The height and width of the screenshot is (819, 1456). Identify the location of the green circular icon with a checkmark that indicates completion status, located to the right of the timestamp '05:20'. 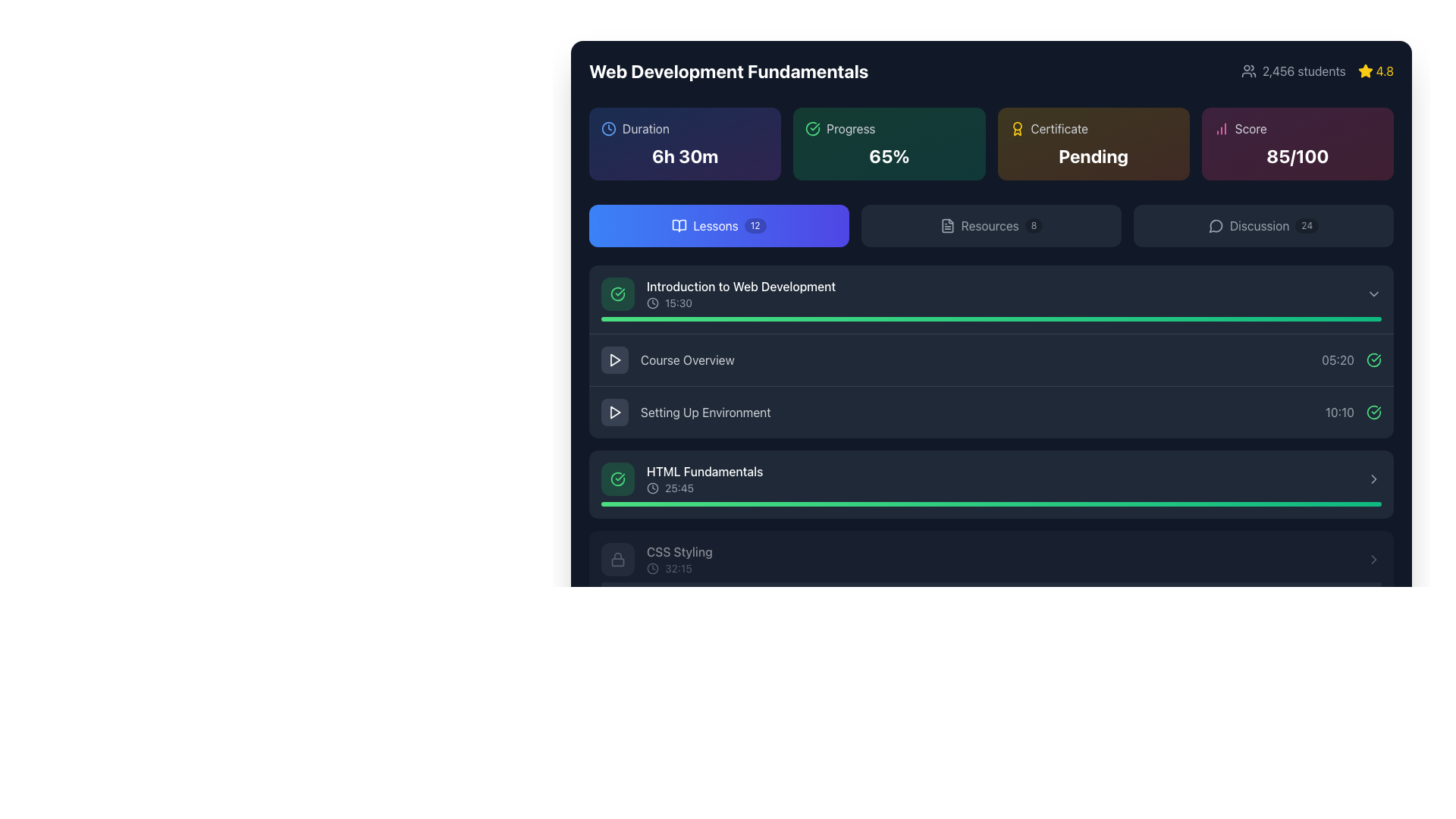
(1373, 359).